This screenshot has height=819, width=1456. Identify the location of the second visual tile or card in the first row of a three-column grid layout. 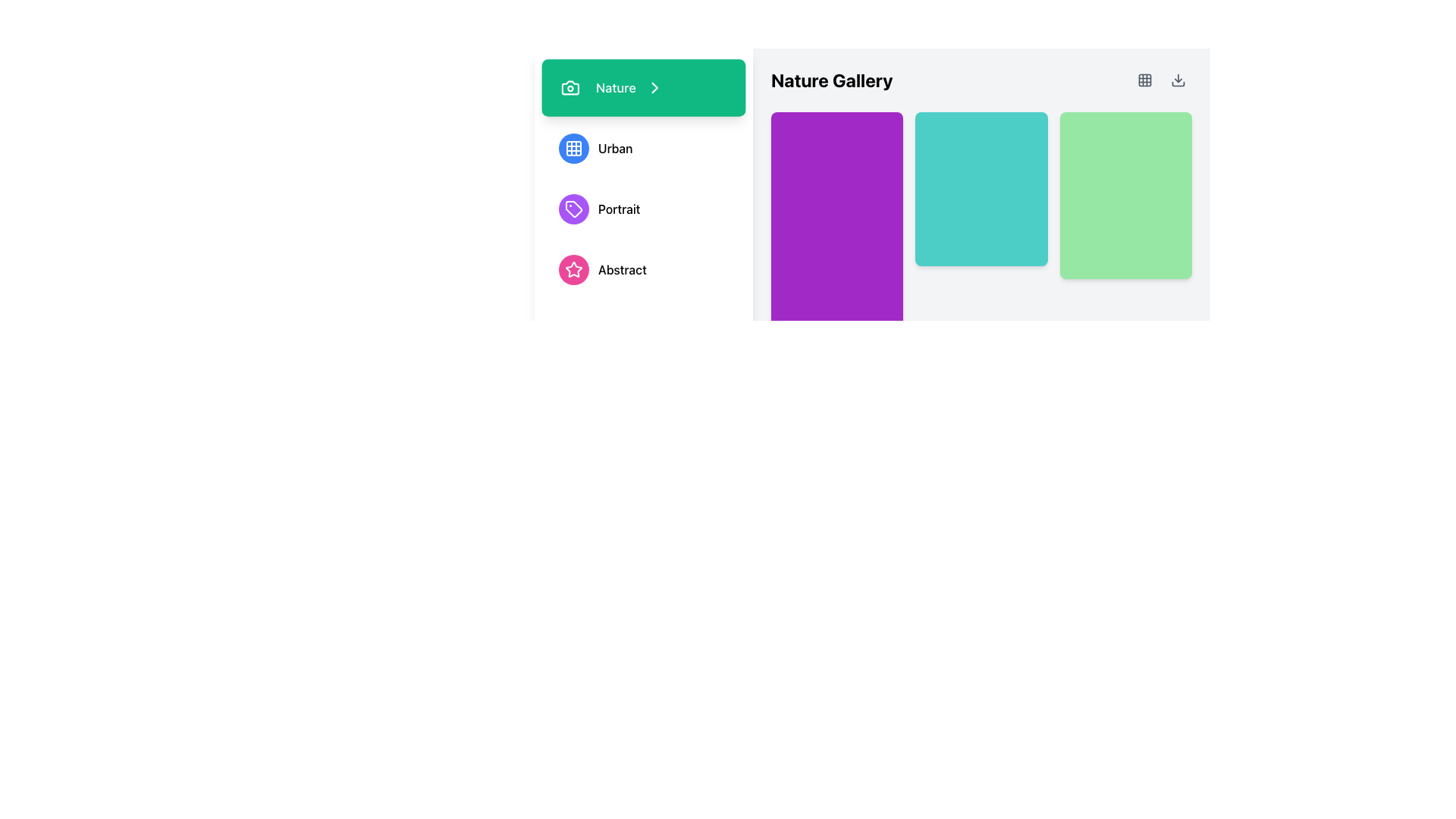
(981, 188).